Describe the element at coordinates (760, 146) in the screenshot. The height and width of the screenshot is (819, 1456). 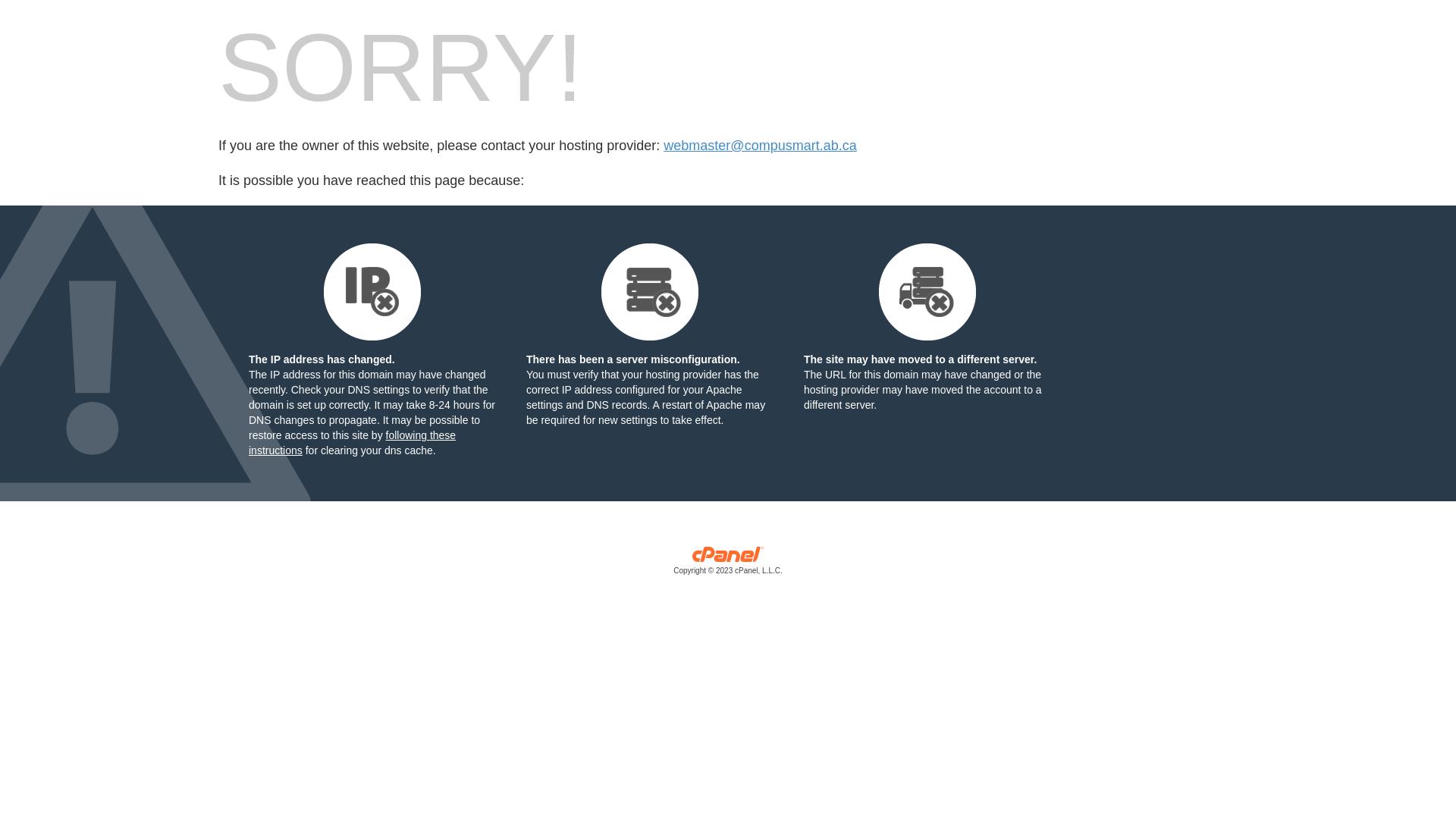
I see `'webmaster@compusmart.ab.ca'` at that location.